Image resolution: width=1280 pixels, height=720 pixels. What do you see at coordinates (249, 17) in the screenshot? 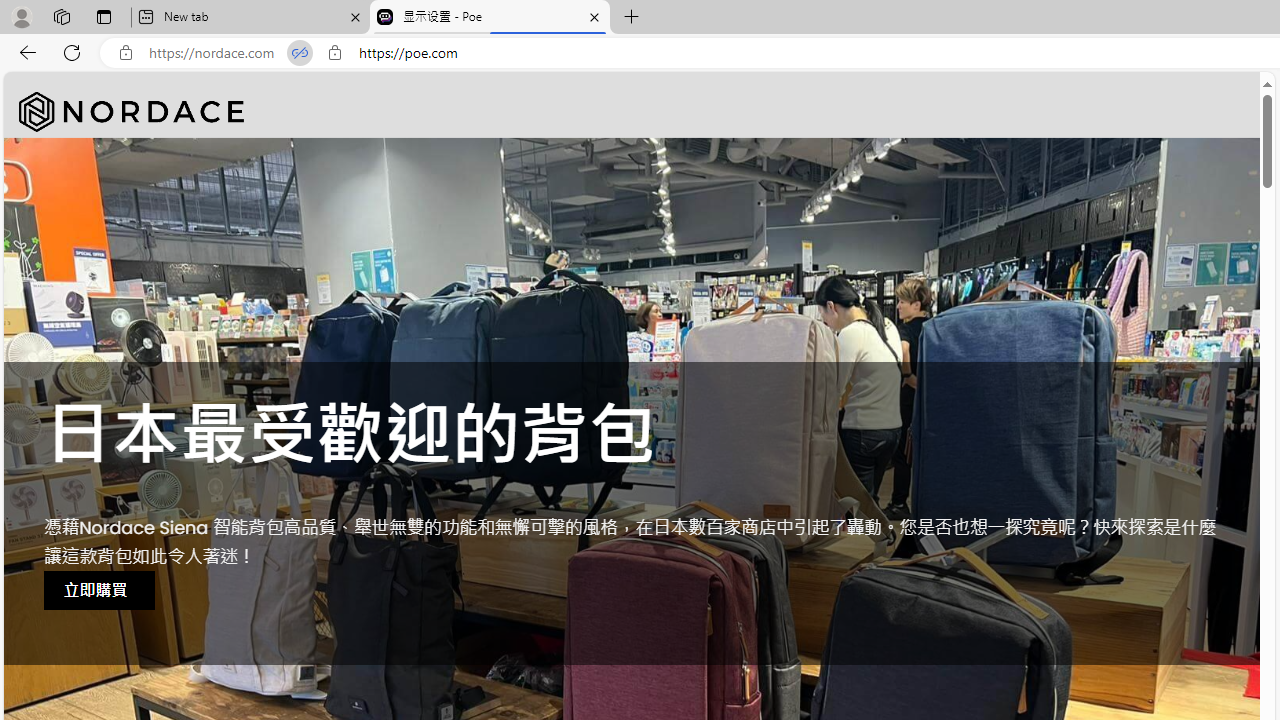
I see `'New tab'` at bounding box center [249, 17].